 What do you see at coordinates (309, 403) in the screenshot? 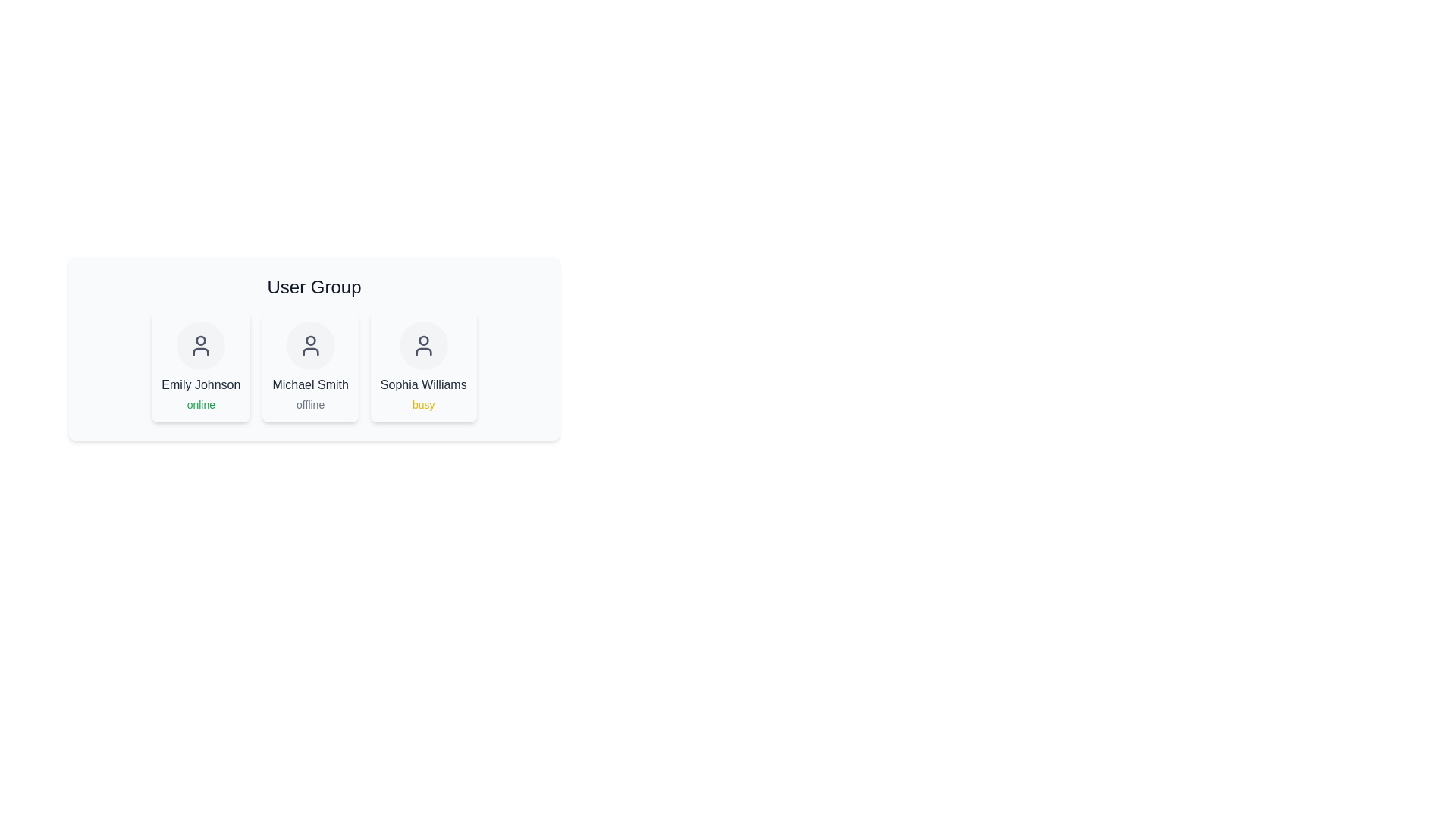
I see `text label displaying the status 'offline' located beneath the name 'Michael Smith' in the user card interface` at bounding box center [309, 403].